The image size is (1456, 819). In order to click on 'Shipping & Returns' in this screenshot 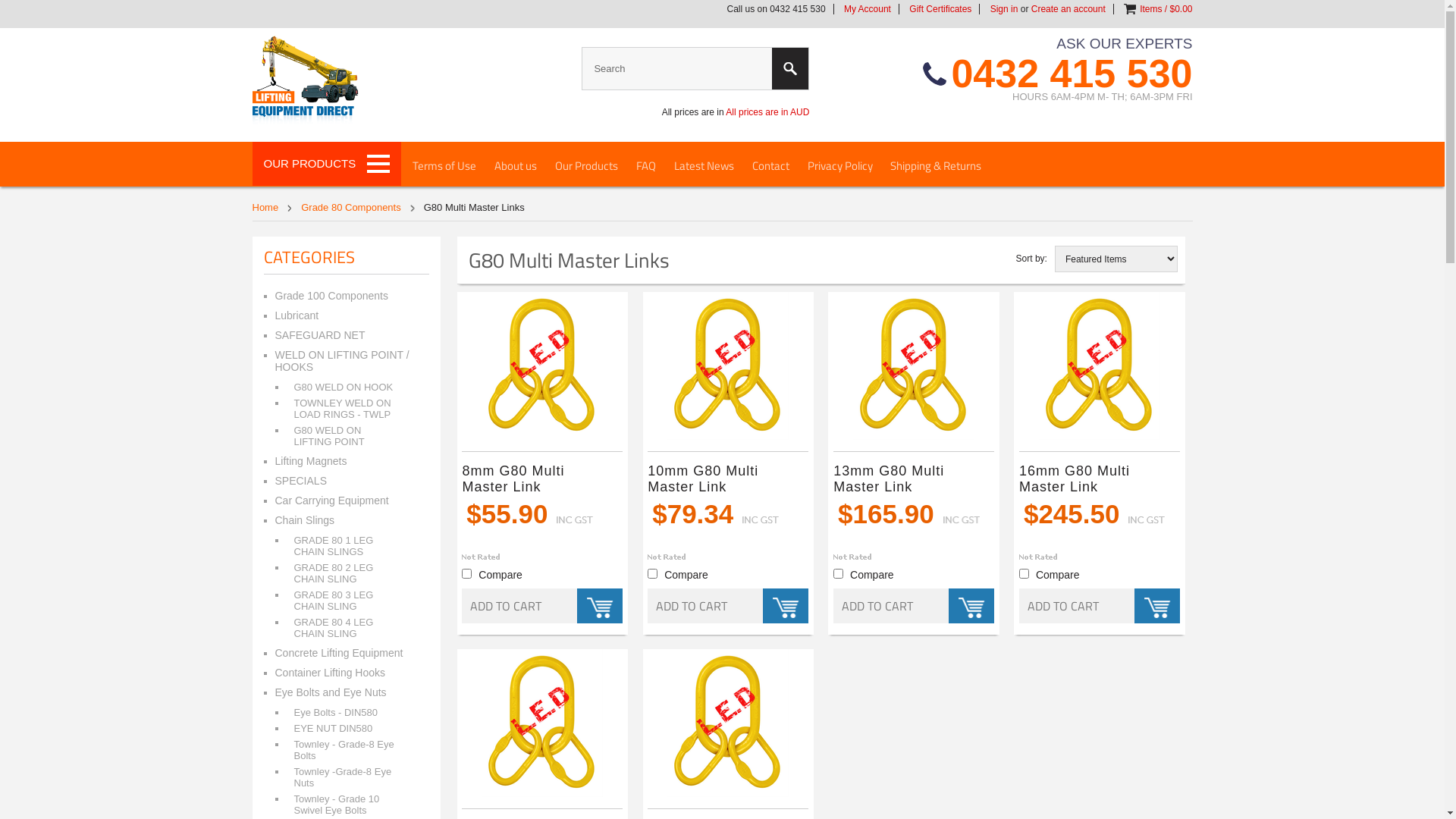, I will do `click(934, 165)`.